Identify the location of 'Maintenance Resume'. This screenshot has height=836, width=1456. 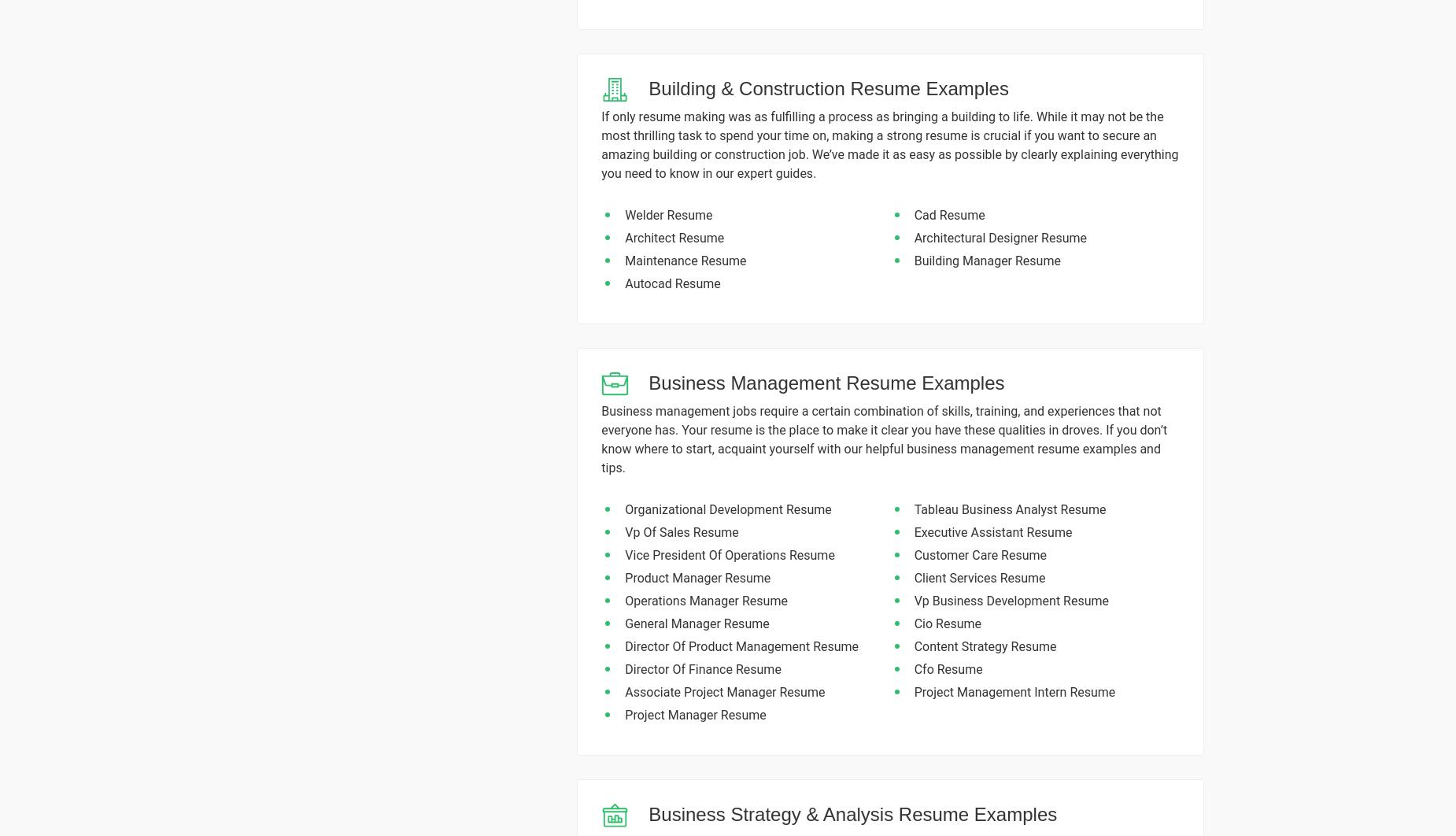
(685, 260).